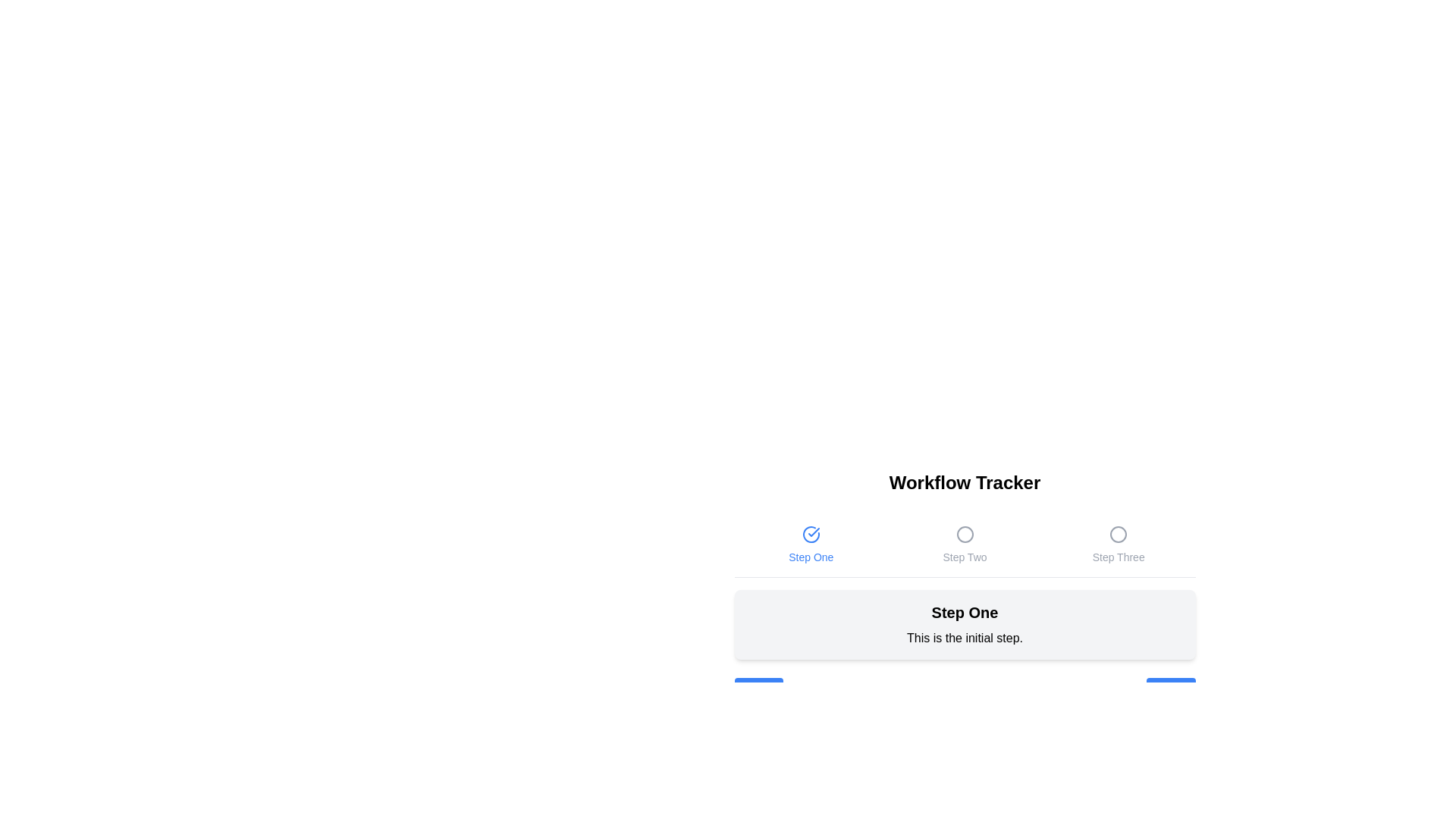  I want to click on the 'Step Two' progress indicator icon, which signifies the second step in a multi-step process, so click(964, 534).